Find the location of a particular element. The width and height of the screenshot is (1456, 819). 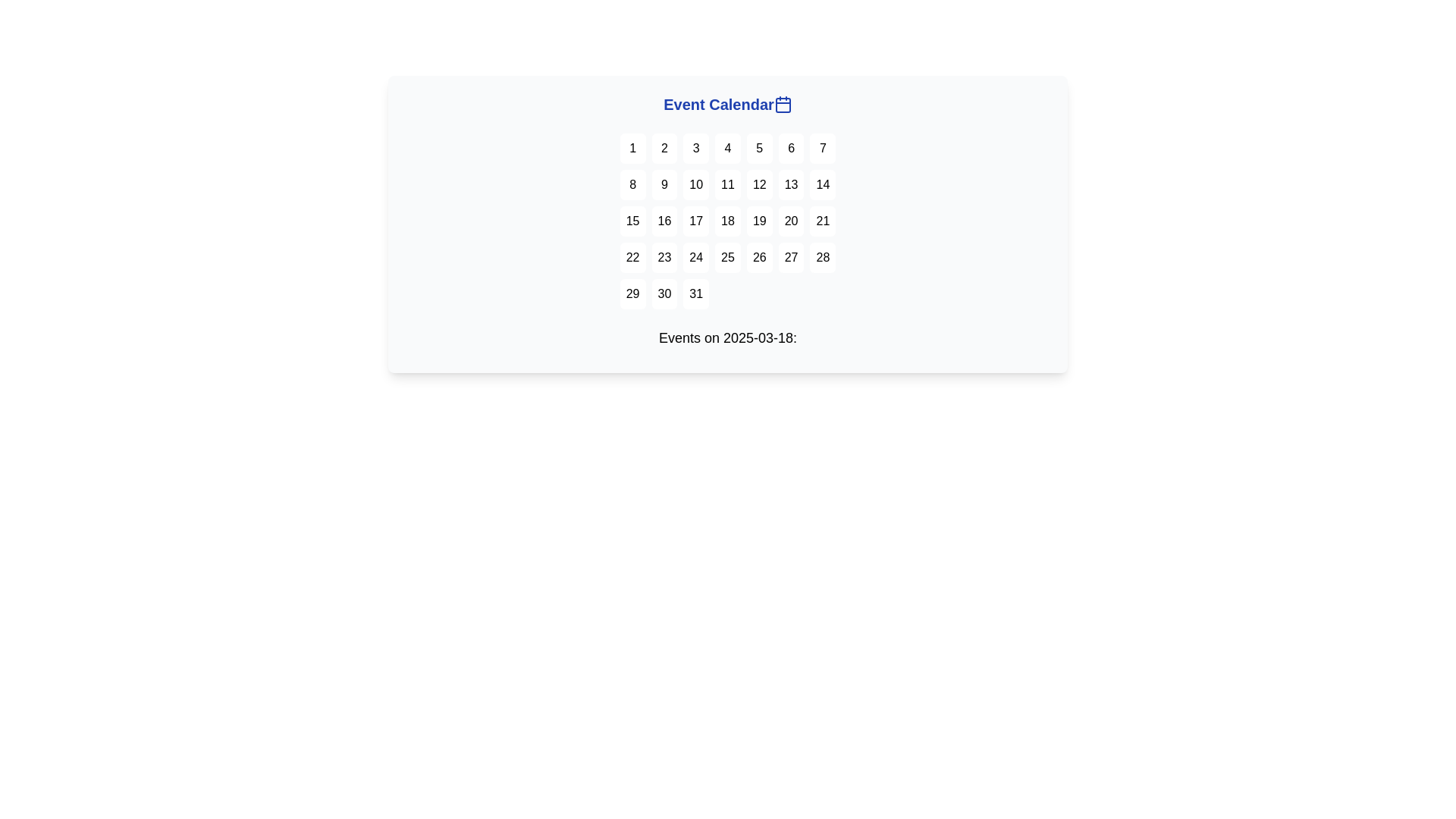

the date button located in the third row and first column of the calendar grid is located at coordinates (632, 221).